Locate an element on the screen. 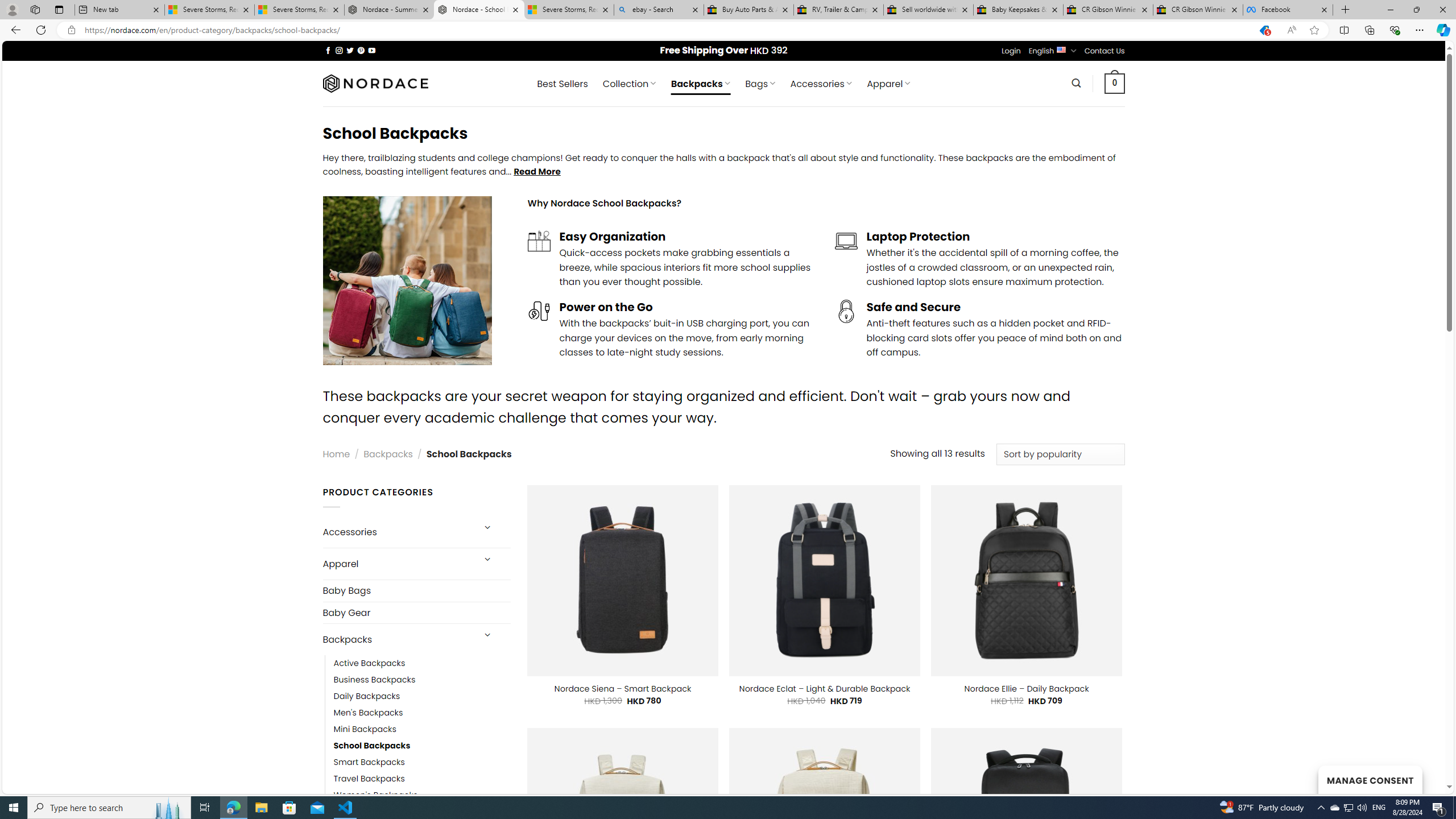  'Women' is located at coordinates (421, 795).